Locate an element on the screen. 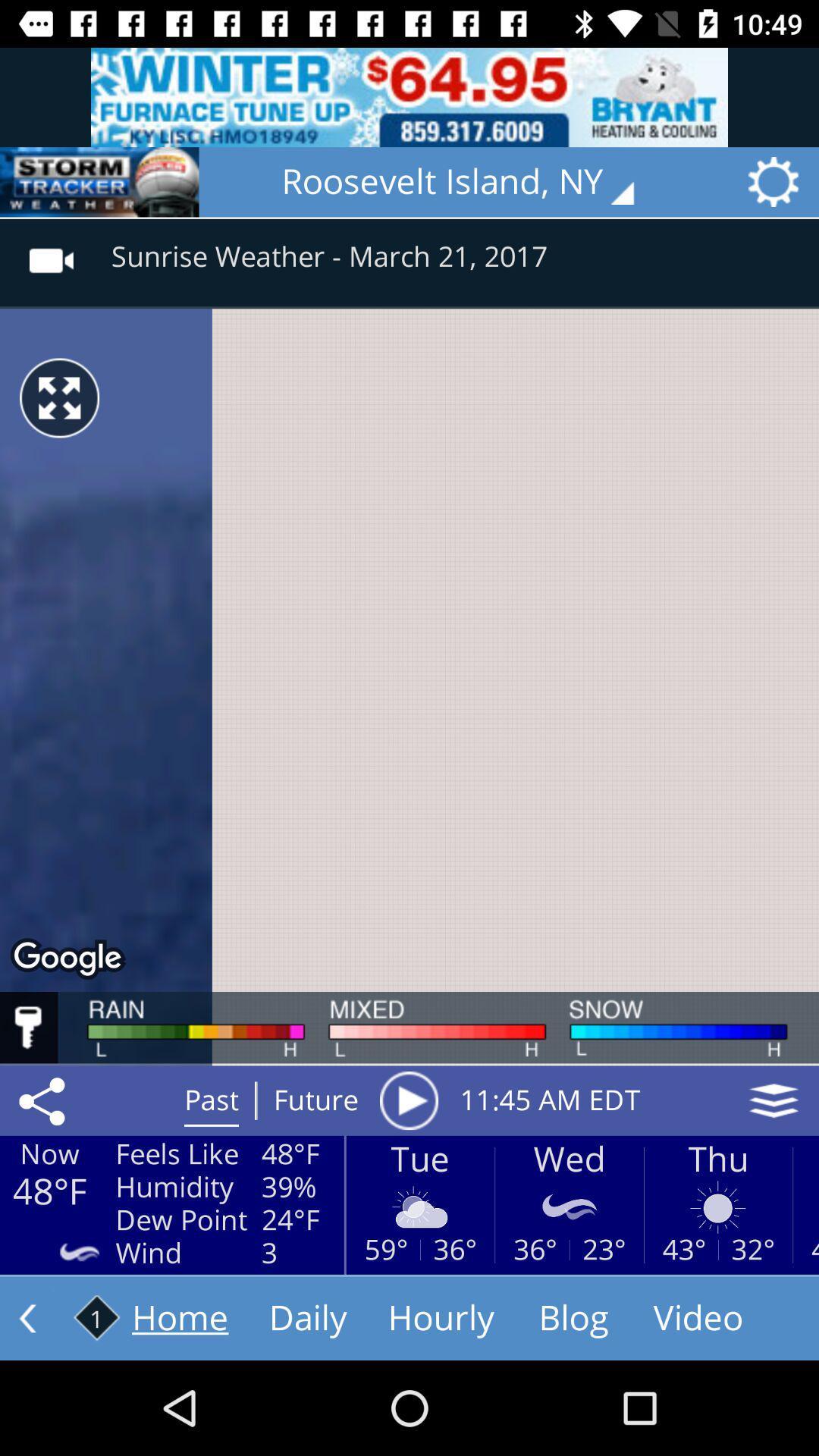 Image resolution: width=819 pixels, height=1456 pixels. the arrow_backward icon is located at coordinates (27, 1317).